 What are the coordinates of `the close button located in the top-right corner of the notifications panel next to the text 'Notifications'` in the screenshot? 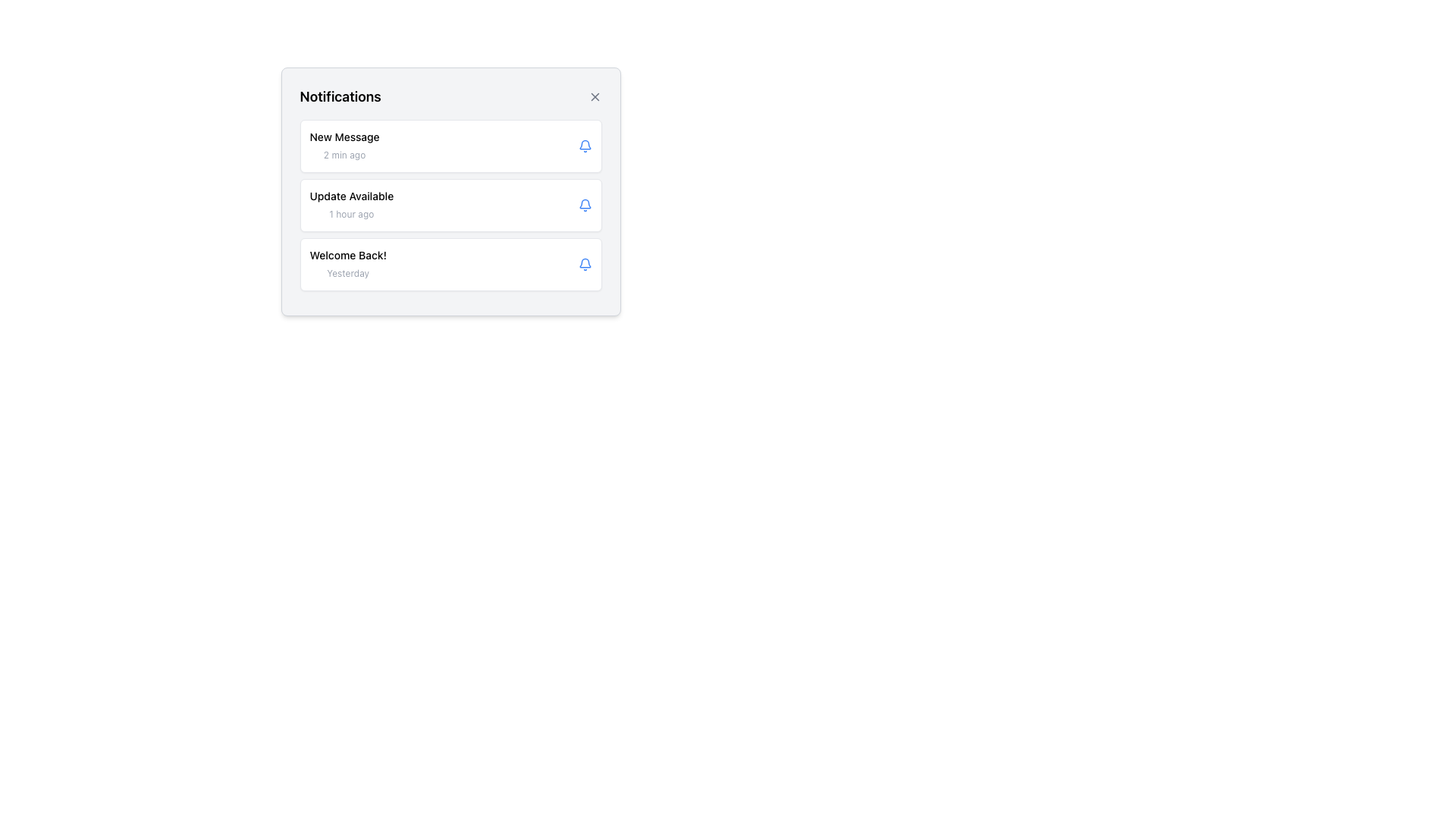 It's located at (594, 96).